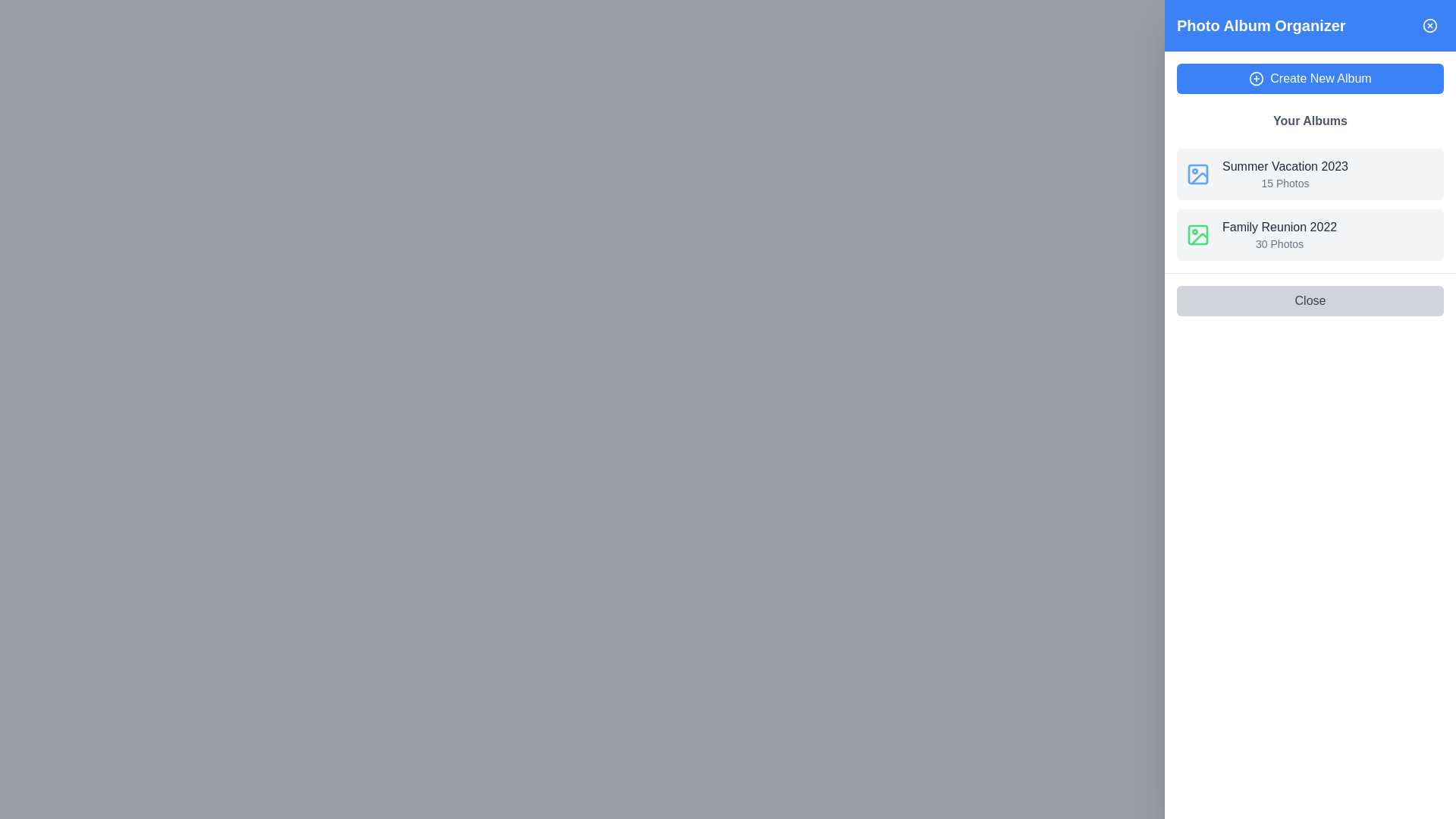  What do you see at coordinates (1279, 243) in the screenshot?
I see `the '30 Photos' text label located below 'Family Reunion 2022' in the 'Your Albums' section` at bounding box center [1279, 243].